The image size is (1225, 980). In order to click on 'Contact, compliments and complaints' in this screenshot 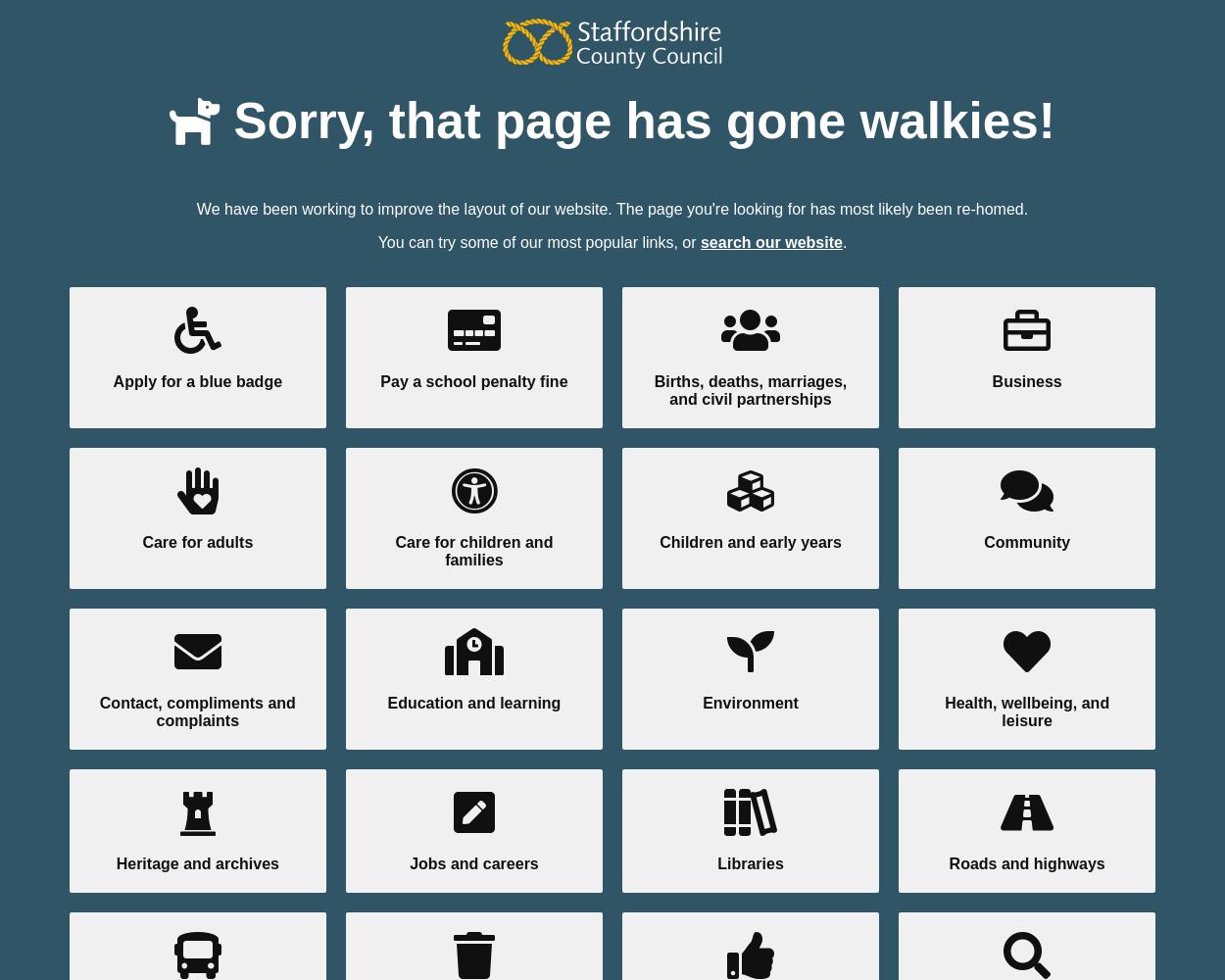, I will do `click(196, 710)`.